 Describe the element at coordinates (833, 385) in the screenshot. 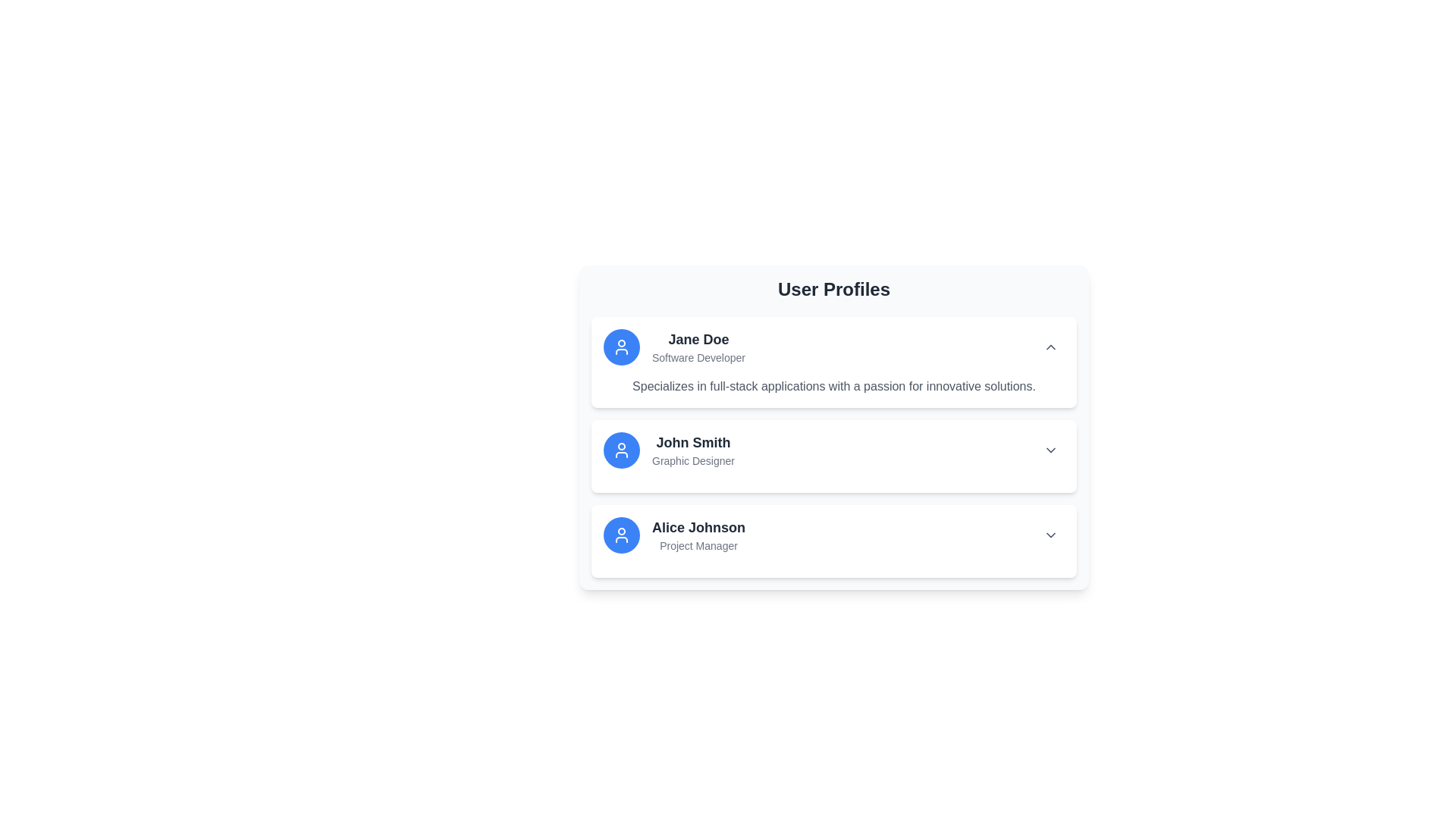

I see `the text element containing 'Specializes in full-stack applications with a passion for innovative solutions.' located at the bottom of Jane Doe's profile information section` at that location.